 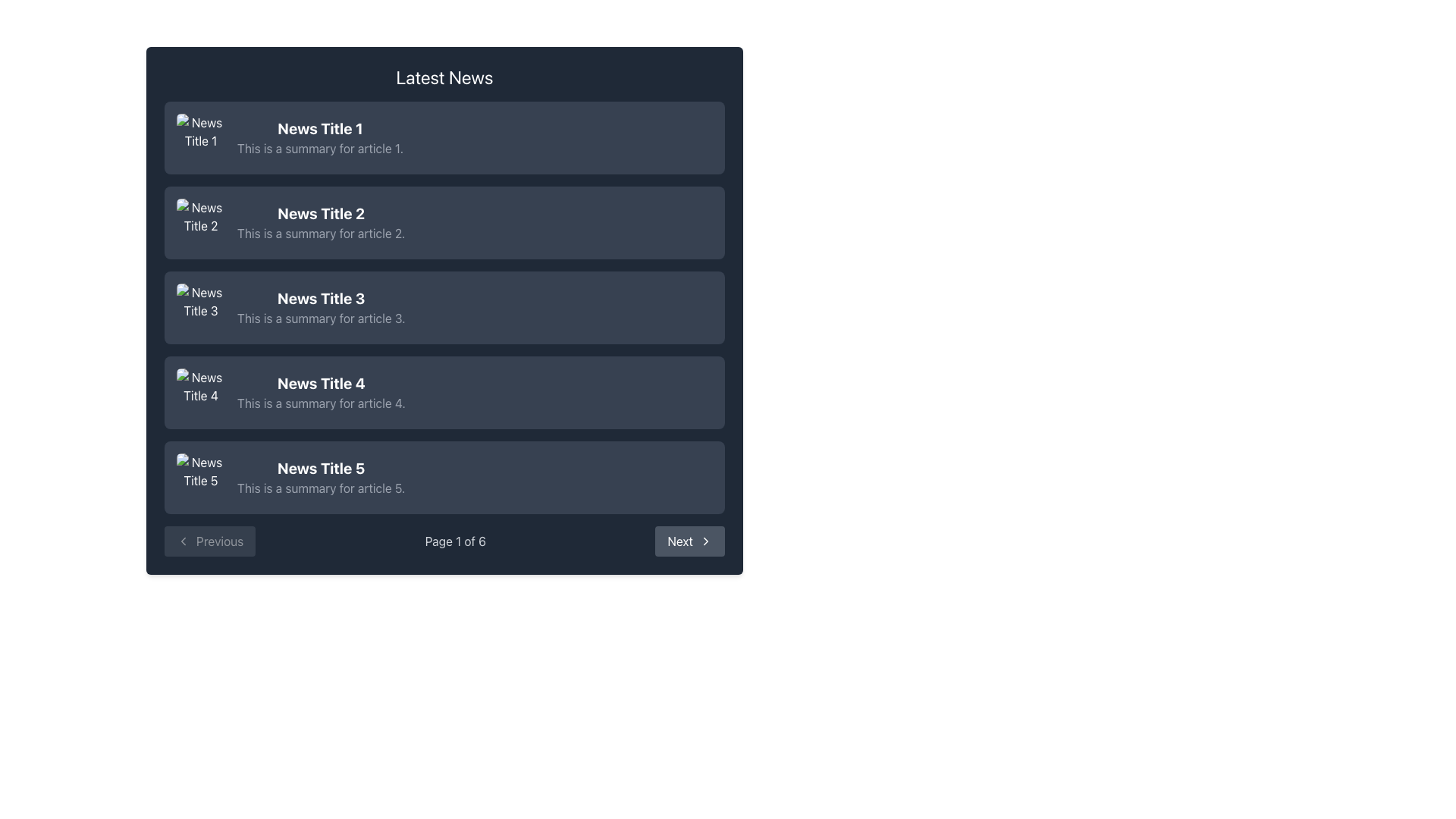 What do you see at coordinates (199, 222) in the screenshot?
I see `the small square image with rounded corners linked to 'News Title 2' for navigation` at bounding box center [199, 222].